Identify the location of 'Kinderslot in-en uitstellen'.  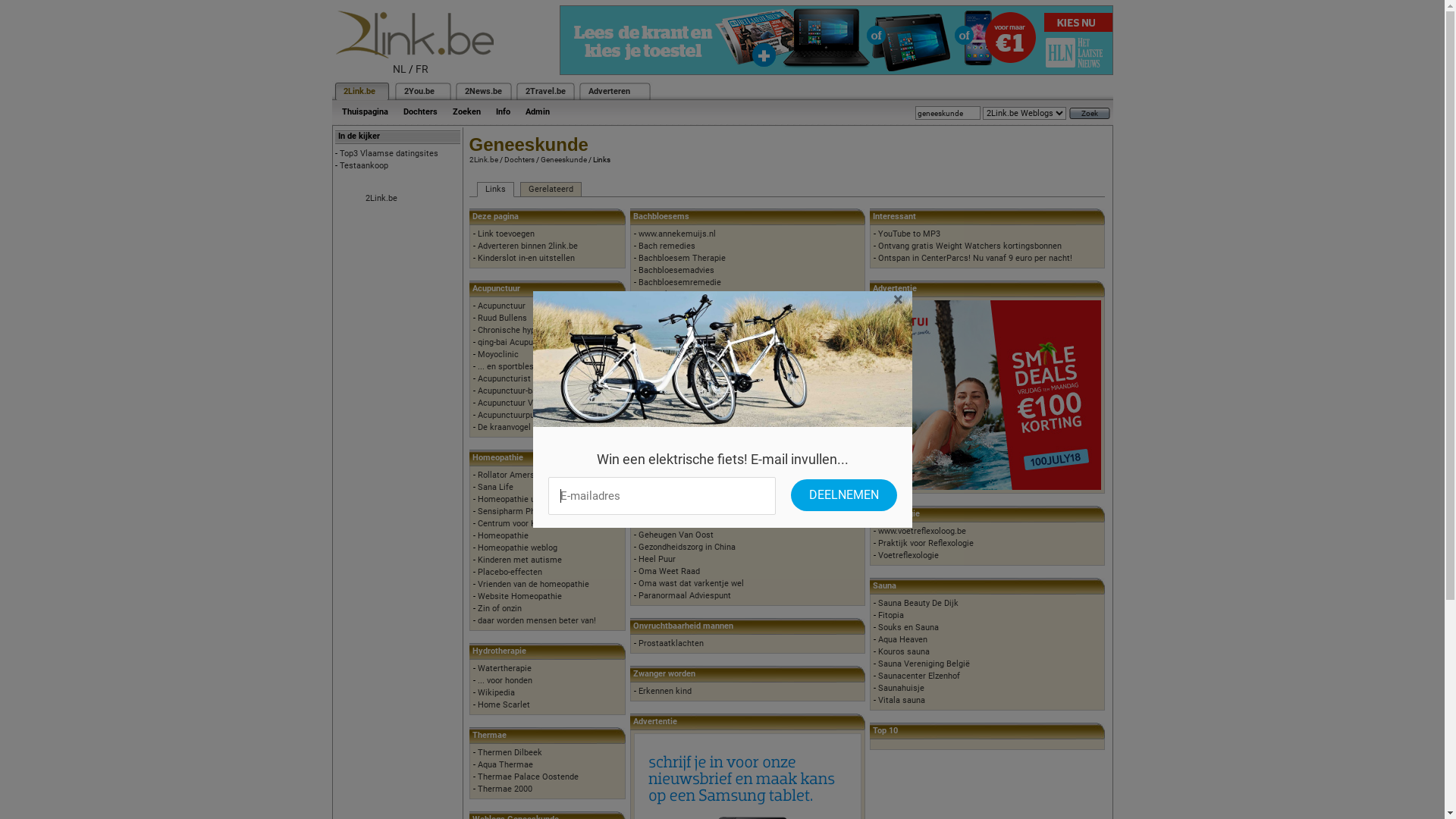
(526, 257).